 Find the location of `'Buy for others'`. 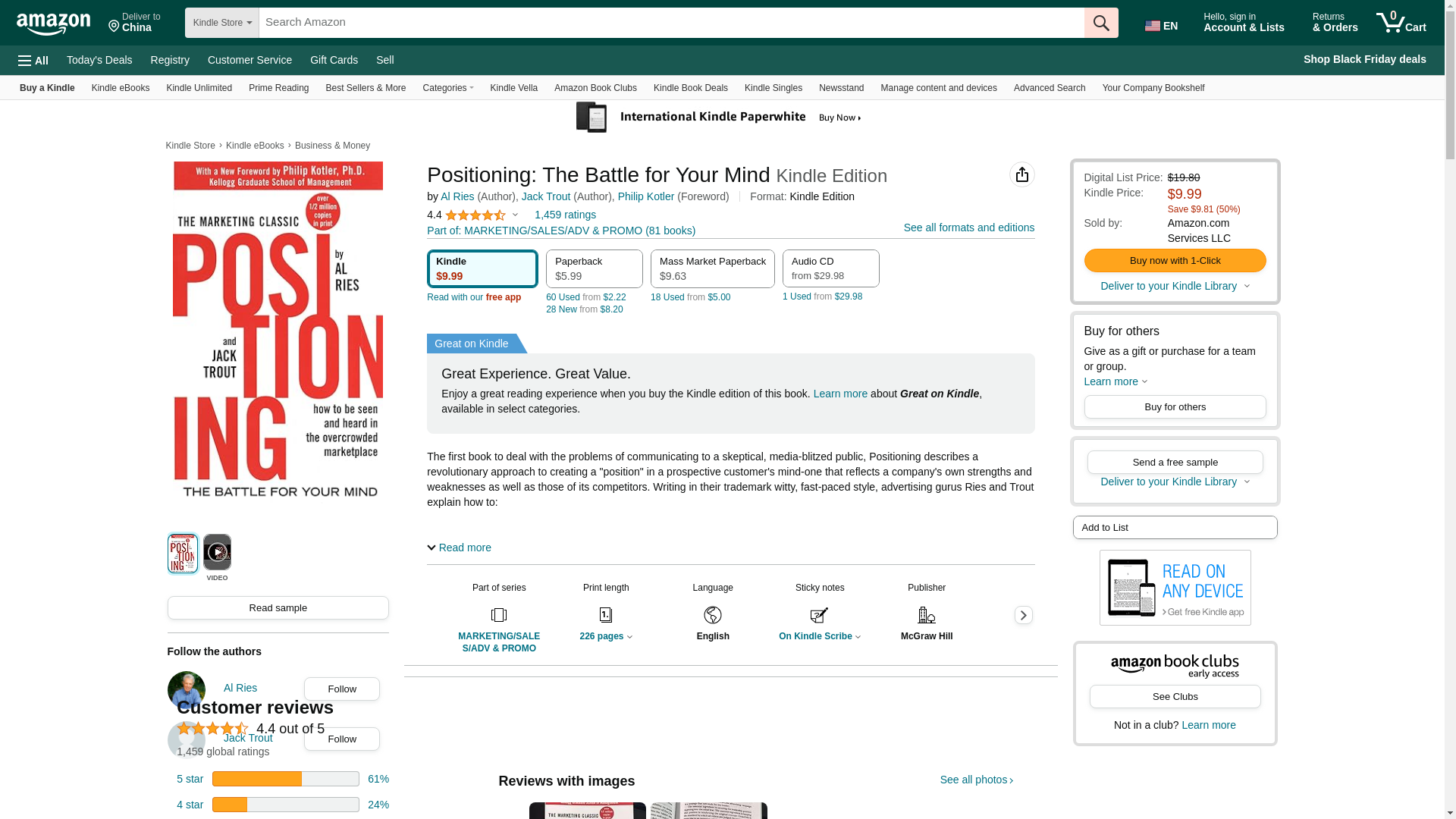

'Buy for others' is located at coordinates (1174, 406).